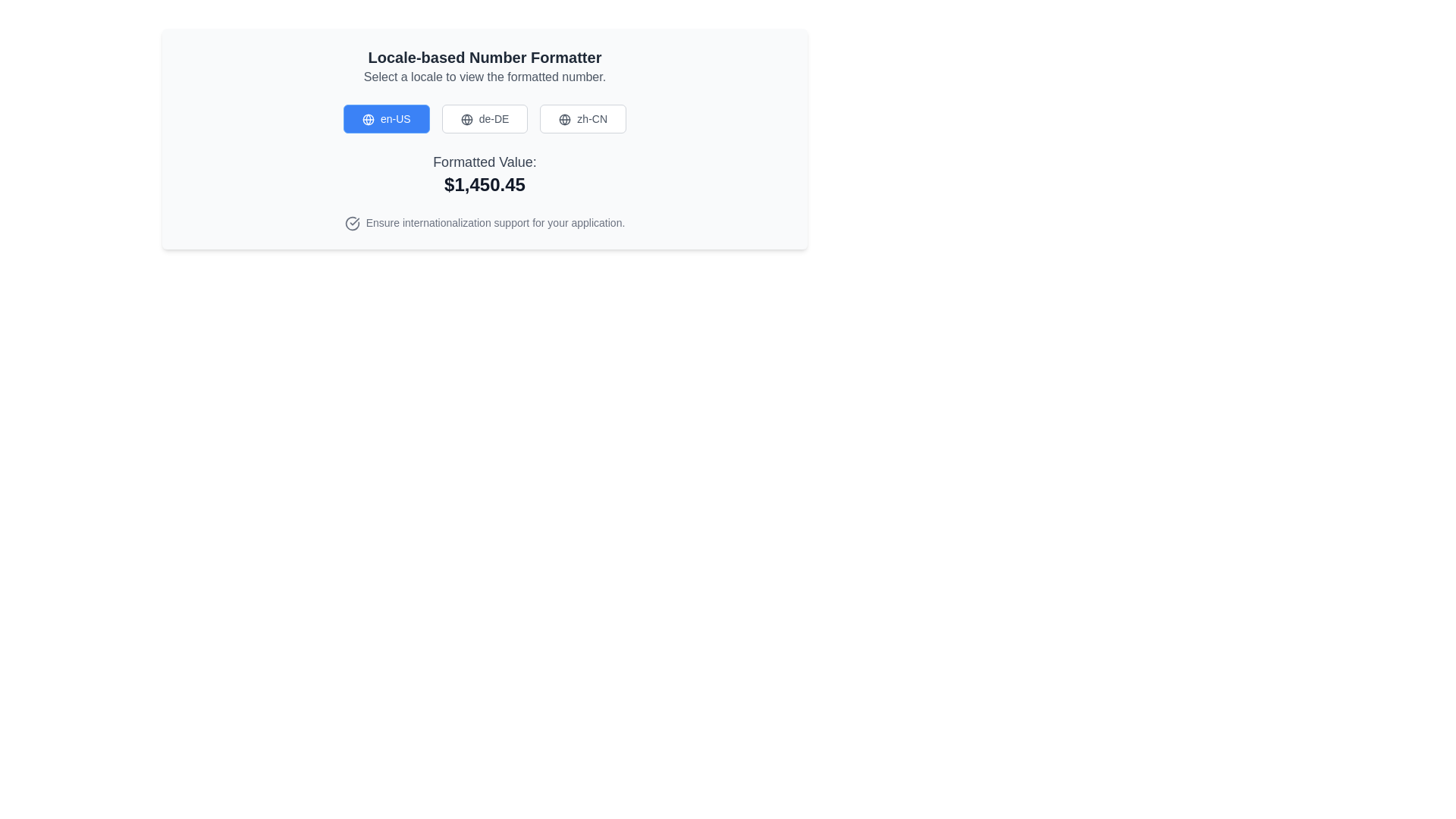  I want to click on the first button labeled 'en-US', so click(386, 118).